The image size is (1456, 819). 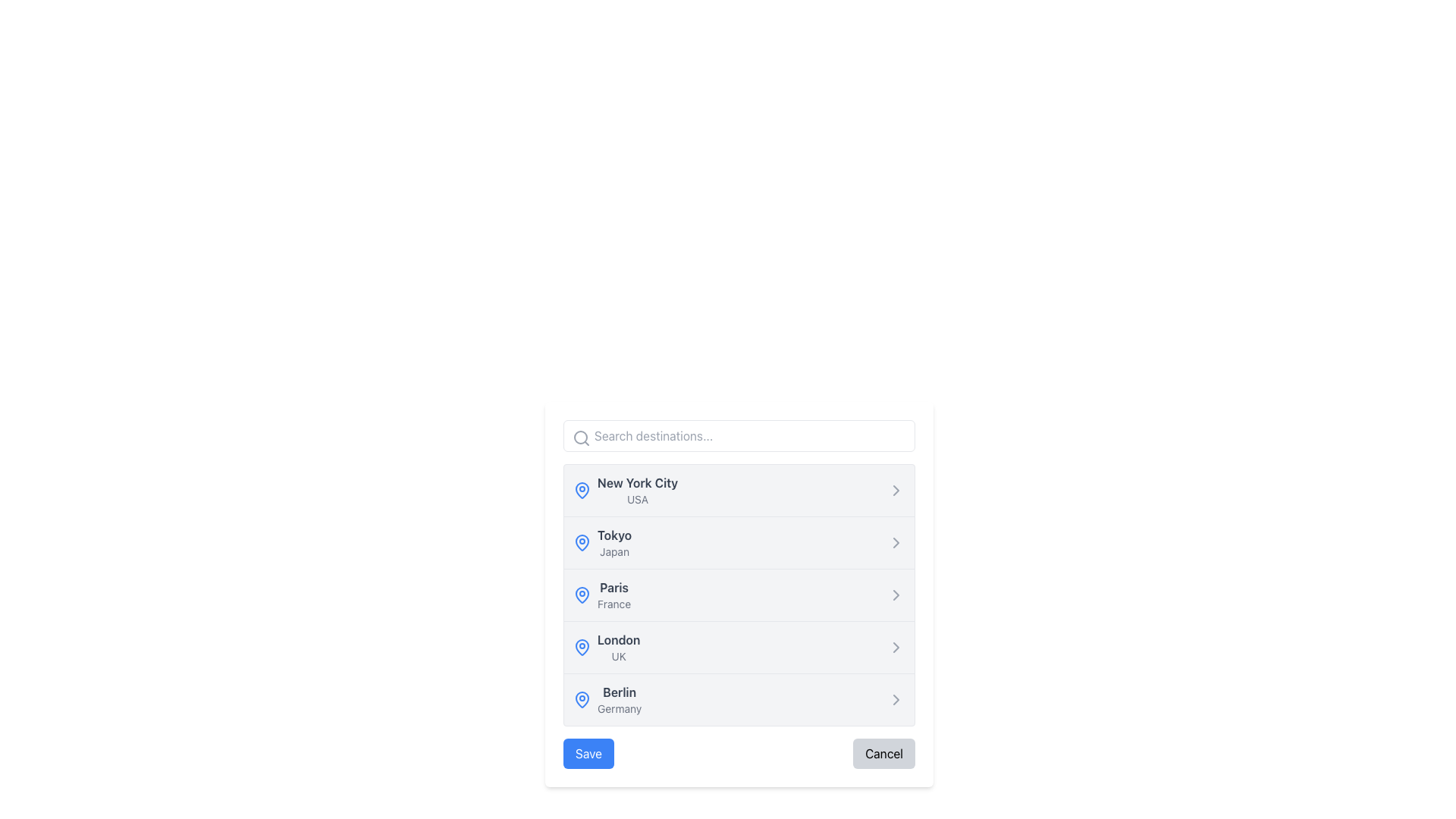 I want to click on the text label that displays 'London', which is styled in gray and bold font, positioned as the fourth entry in a vertical list of city names within a popup dialog, so click(x=619, y=640).